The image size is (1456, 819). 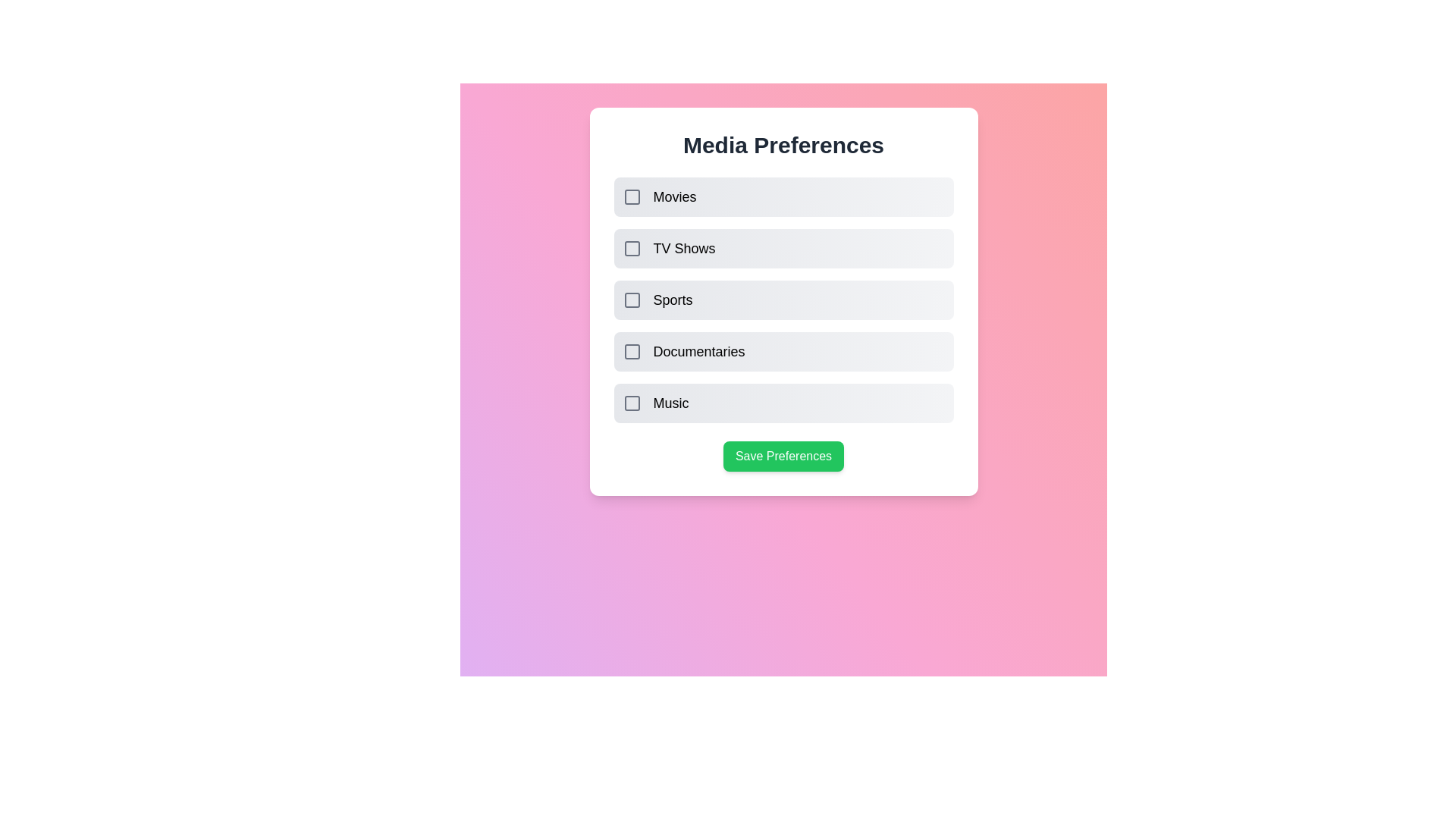 I want to click on the media preference item TV Shows, so click(x=632, y=247).